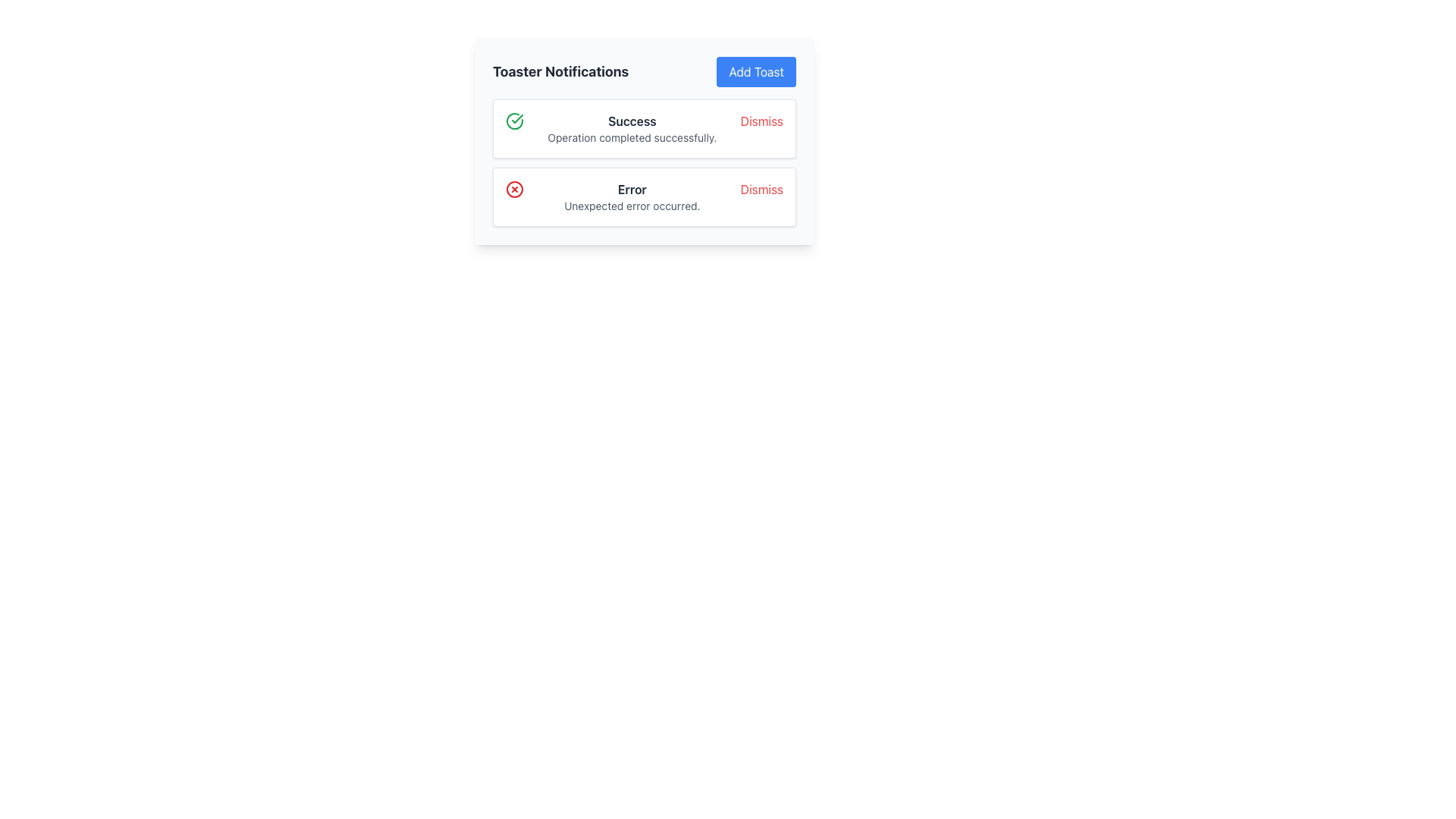 This screenshot has height=819, width=1456. What do you see at coordinates (632, 137) in the screenshot?
I see `the text label that reads 'Operation completed successfully.' which is located beneath the bolded 'Success' text in the notification card` at bounding box center [632, 137].